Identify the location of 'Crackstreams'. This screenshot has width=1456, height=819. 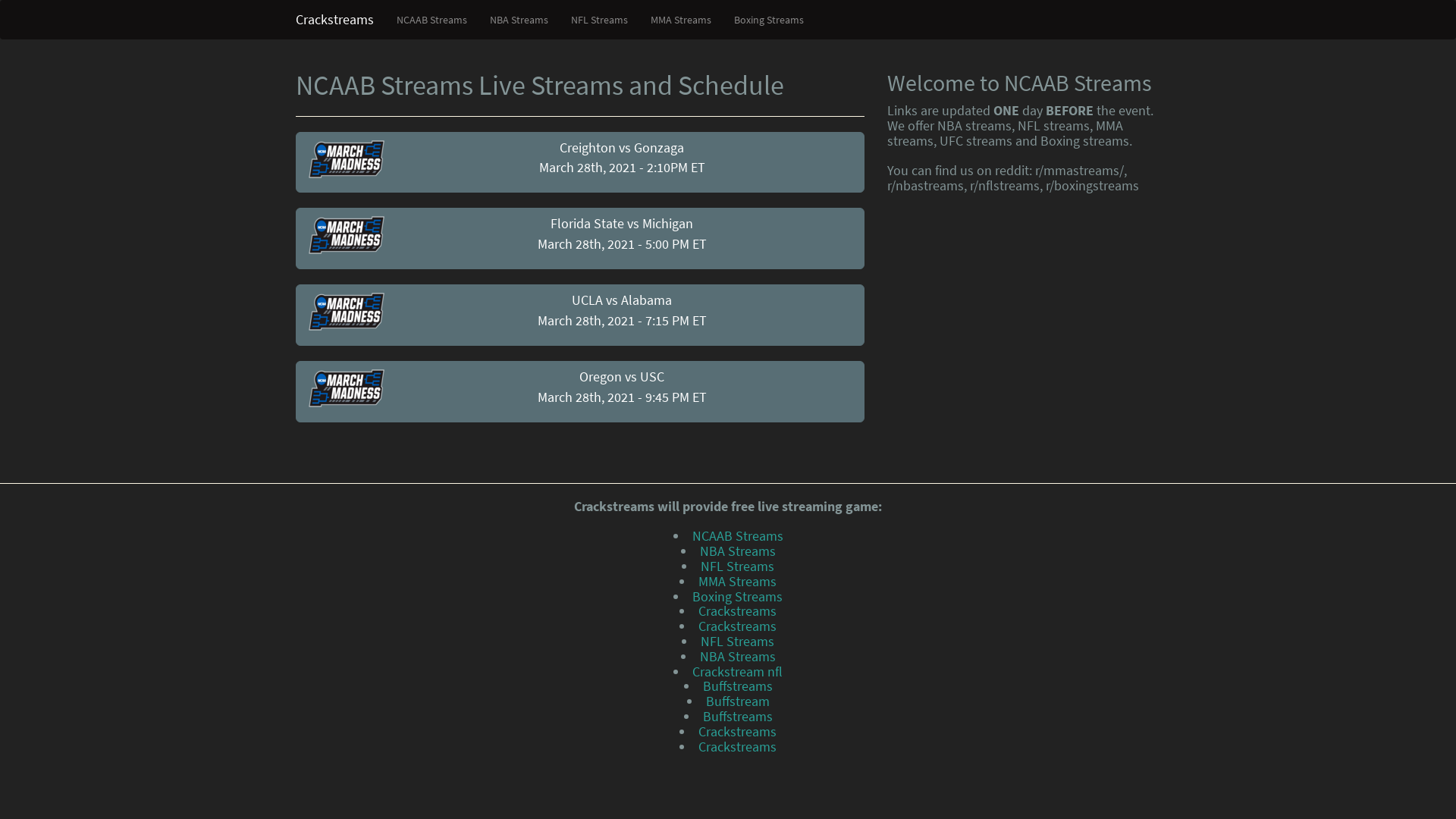
(737, 610).